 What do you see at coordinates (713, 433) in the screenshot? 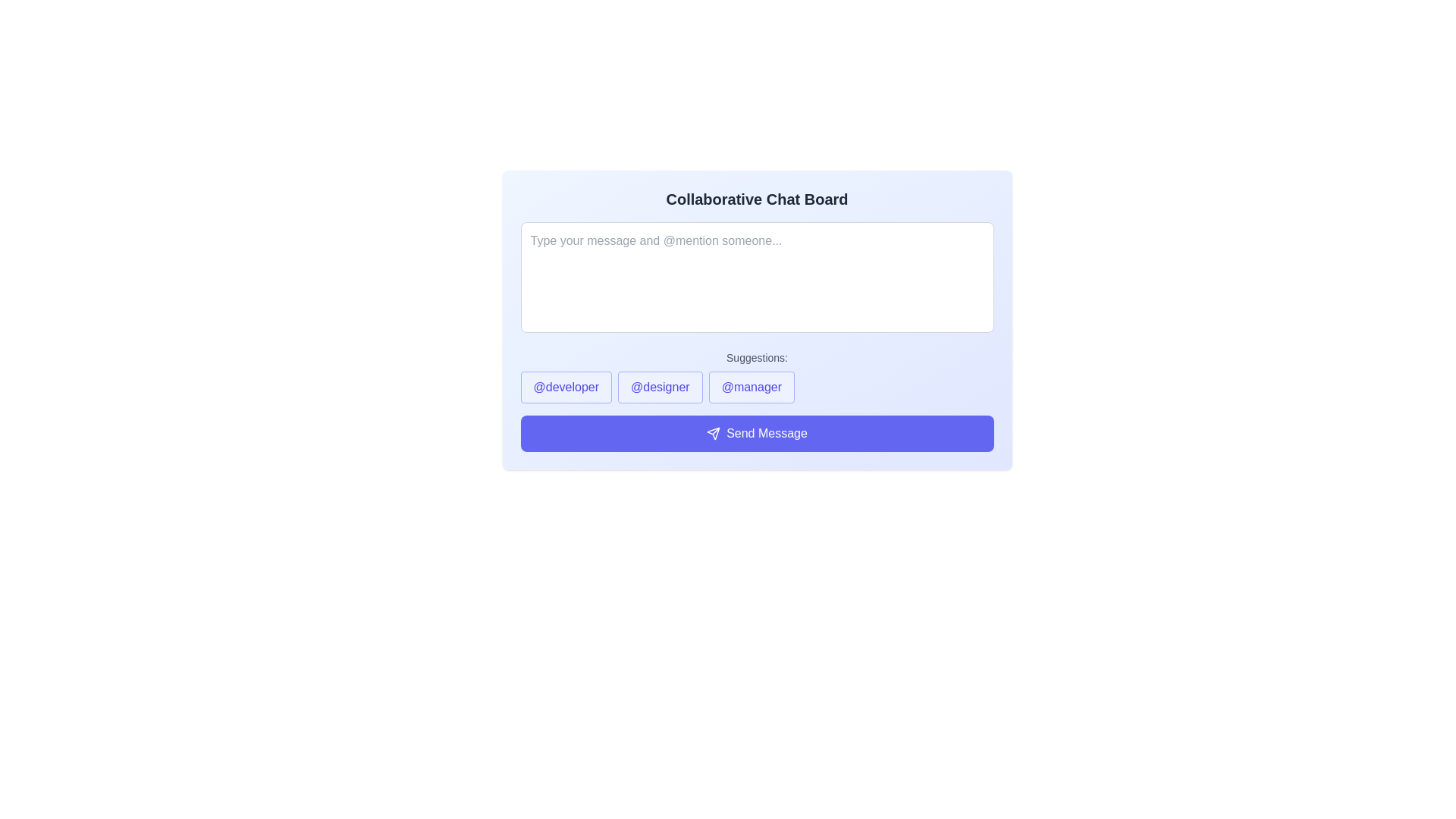
I see `the SVG icon that complements the 'Send Message' button, located to the left of its text label` at bounding box center [713, 433].